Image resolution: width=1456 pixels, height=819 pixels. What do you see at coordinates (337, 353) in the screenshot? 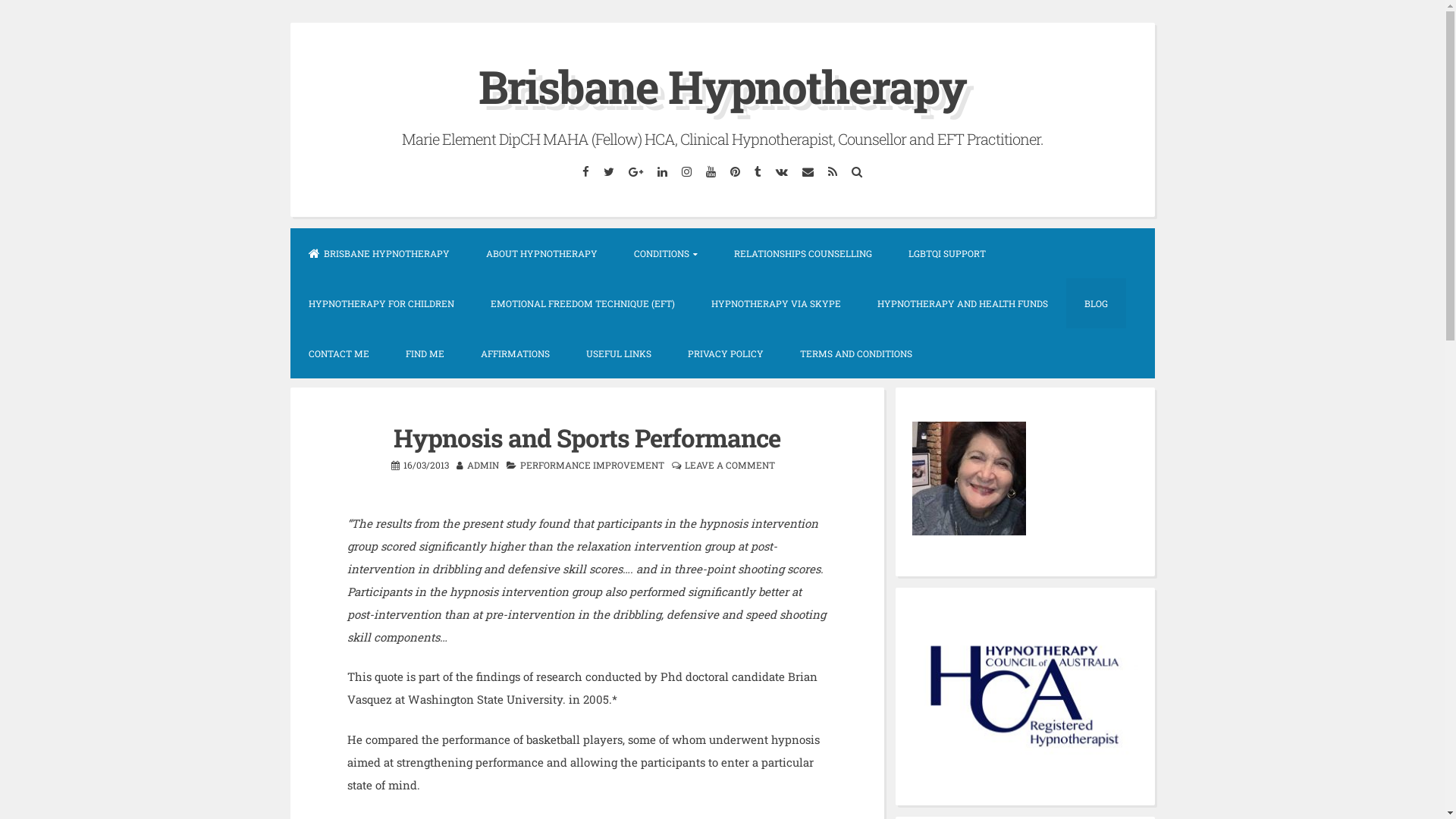
I see `'CONTACT ME'` at bounding box center [337, 353].